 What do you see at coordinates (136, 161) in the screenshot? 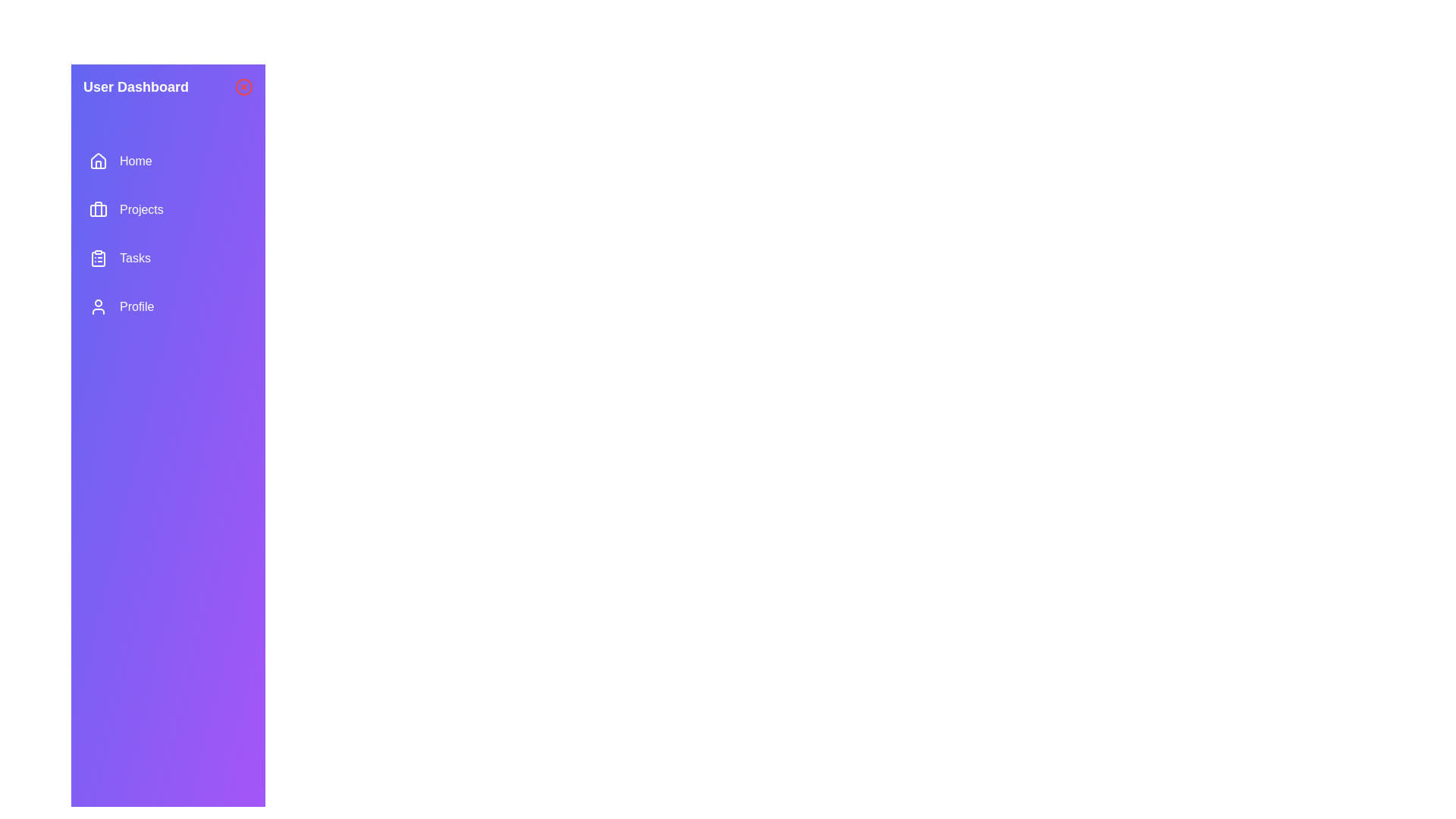
I see `the 'Home' text label in the vertical navigation menu, which is the first item below the 'User Dashboard' header and has a house icon to its left` at bounding box center [136, 161].